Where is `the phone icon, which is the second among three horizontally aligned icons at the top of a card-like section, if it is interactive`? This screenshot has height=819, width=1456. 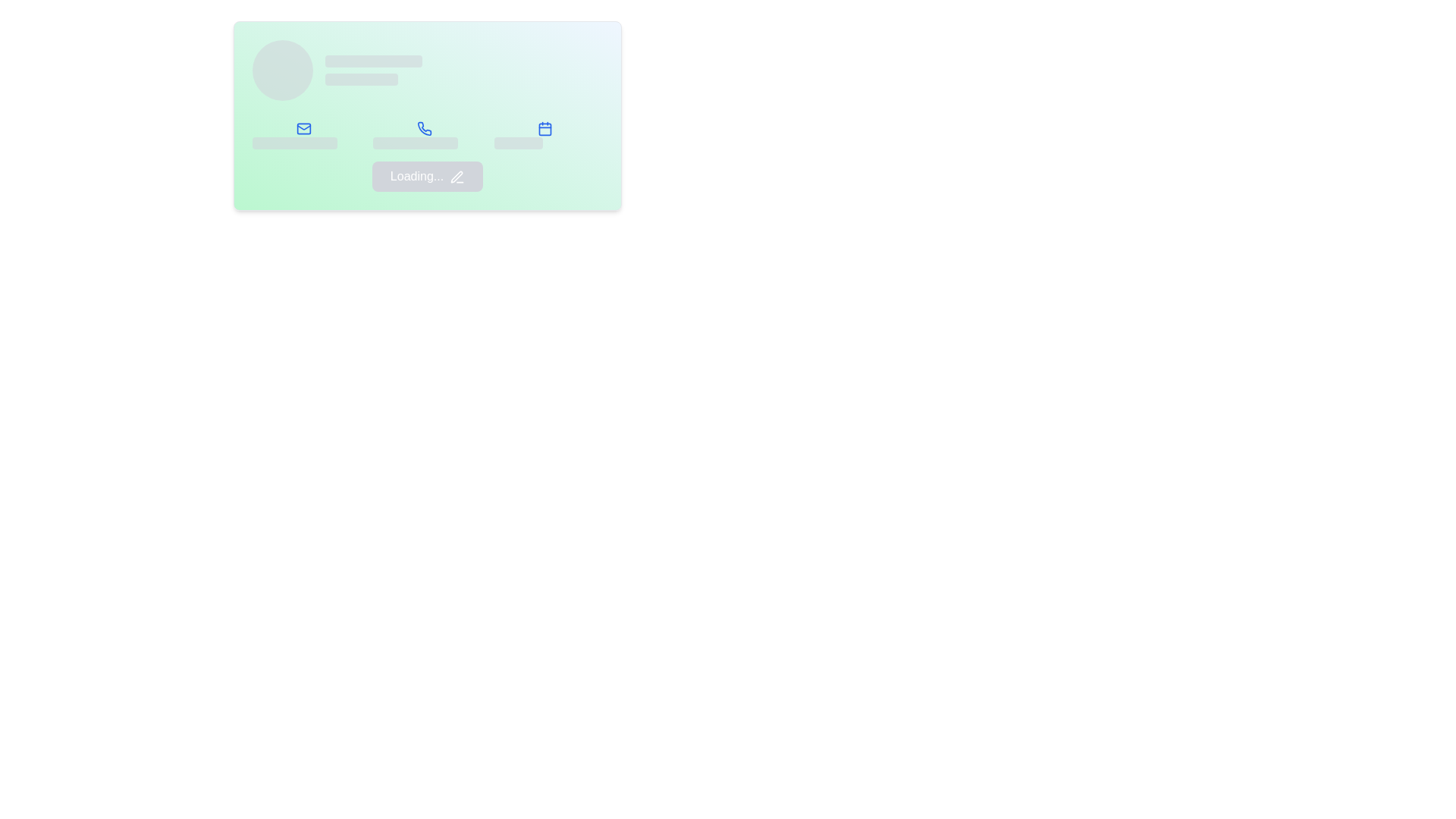 the phone icon, which is the second among three horizontally aligned icons at the top of a card-like section, if it is interactive is located at coordinates (425, 127).